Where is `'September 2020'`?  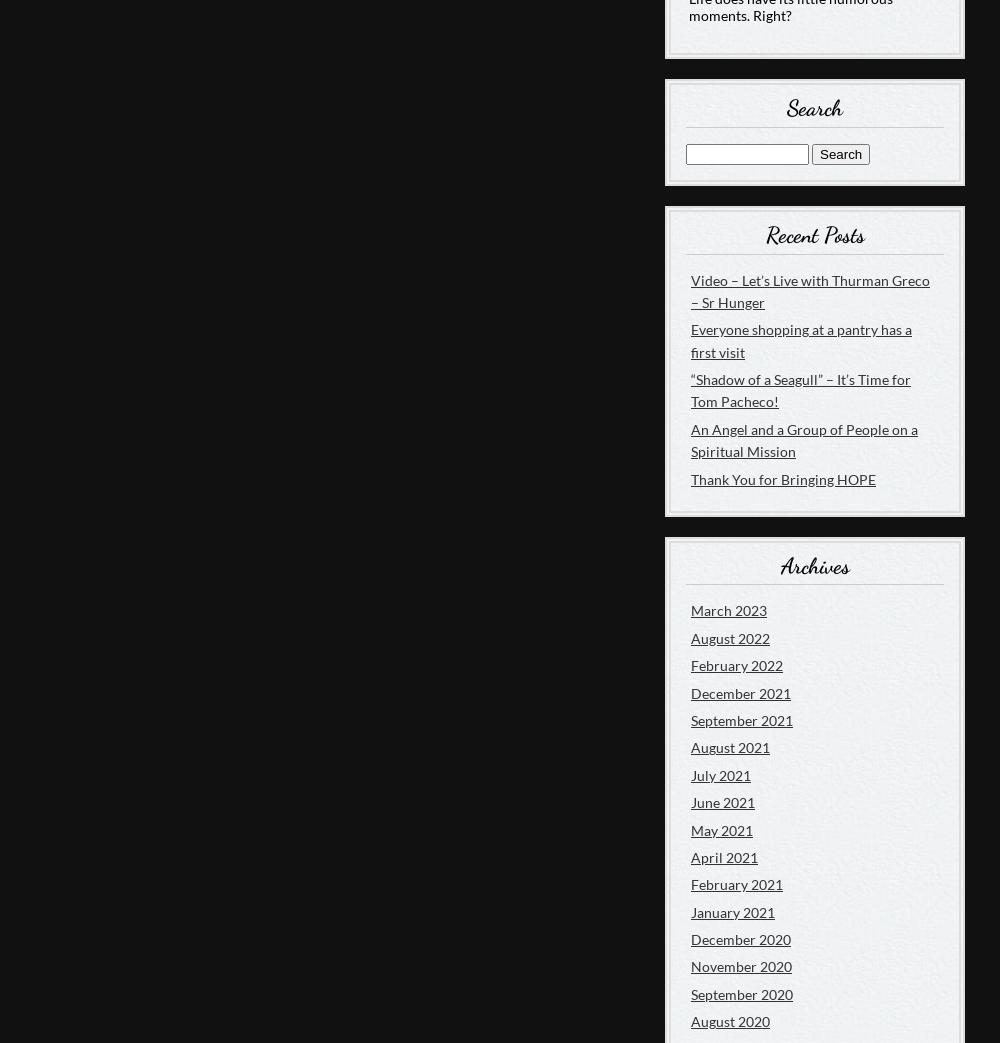 'September 2020' is located at coordinates (741, 993).